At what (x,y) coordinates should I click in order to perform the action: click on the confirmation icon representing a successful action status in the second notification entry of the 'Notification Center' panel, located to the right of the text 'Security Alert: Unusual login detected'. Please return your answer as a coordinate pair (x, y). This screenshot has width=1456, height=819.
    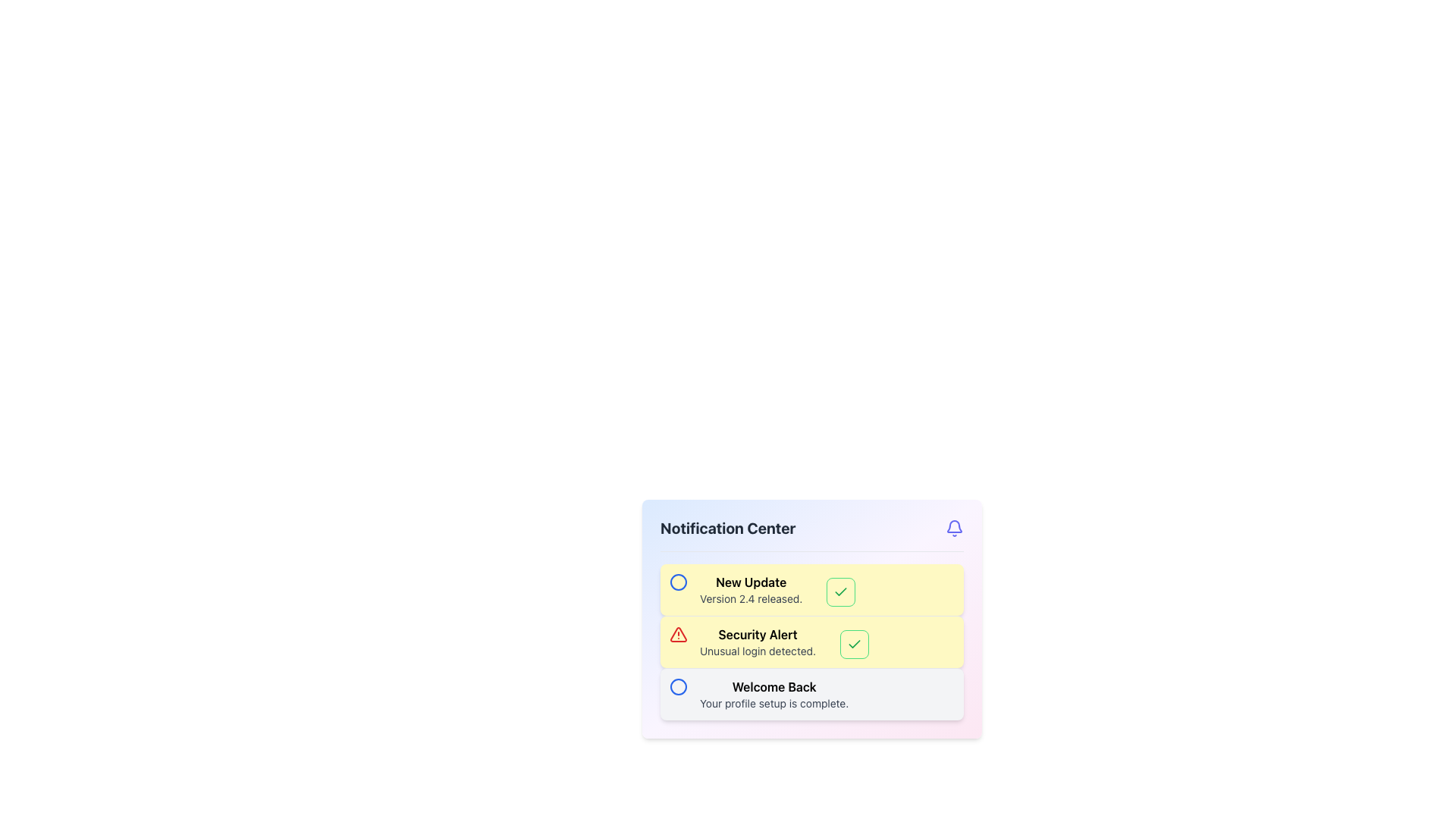
    Looking at the image, I should click on (840, 591).